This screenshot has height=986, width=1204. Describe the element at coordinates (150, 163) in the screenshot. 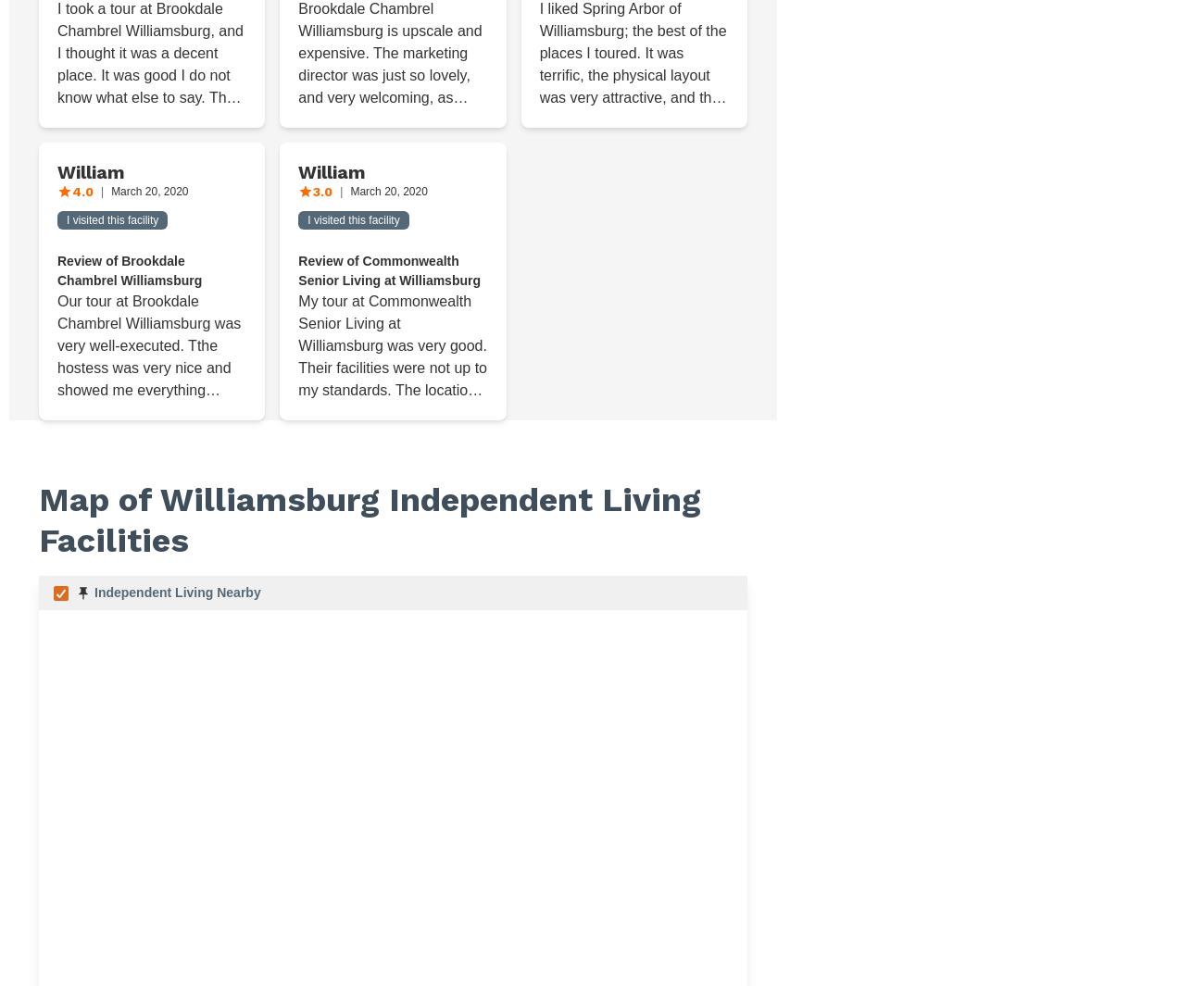

I see `'I took a tour at Brookdale Chambrel Williamsburg, and I thought it was a decent place. It was good I do not know what else to say. The one who accommodated me on the tour was fine and did a good job. I believe they got studio types, a one bedroom, and 2-bedroom. They have a small library, an exercise room, a movie room, and a dining room. The food was fine, and it was good.'` at that location.